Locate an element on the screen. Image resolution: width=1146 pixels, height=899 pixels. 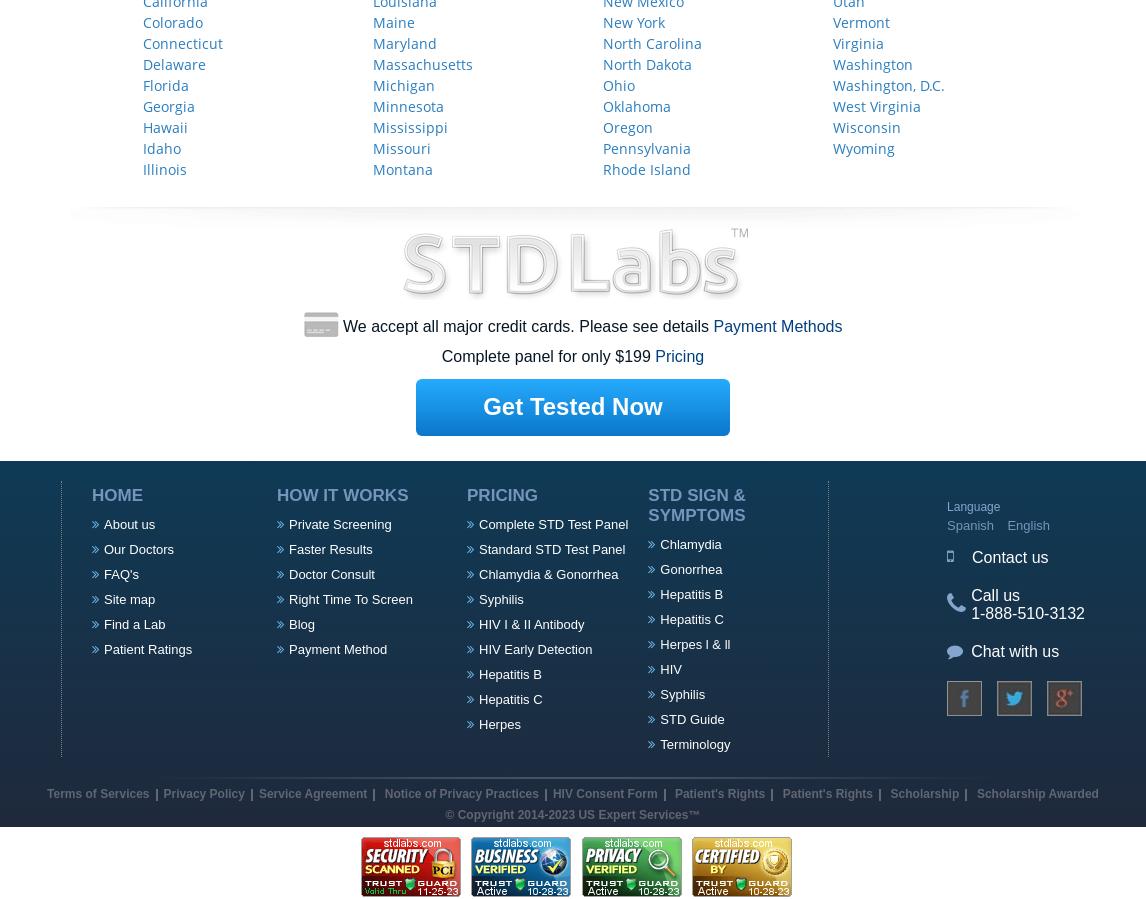
'Wisconsin' is located at coordinates (865, 125).